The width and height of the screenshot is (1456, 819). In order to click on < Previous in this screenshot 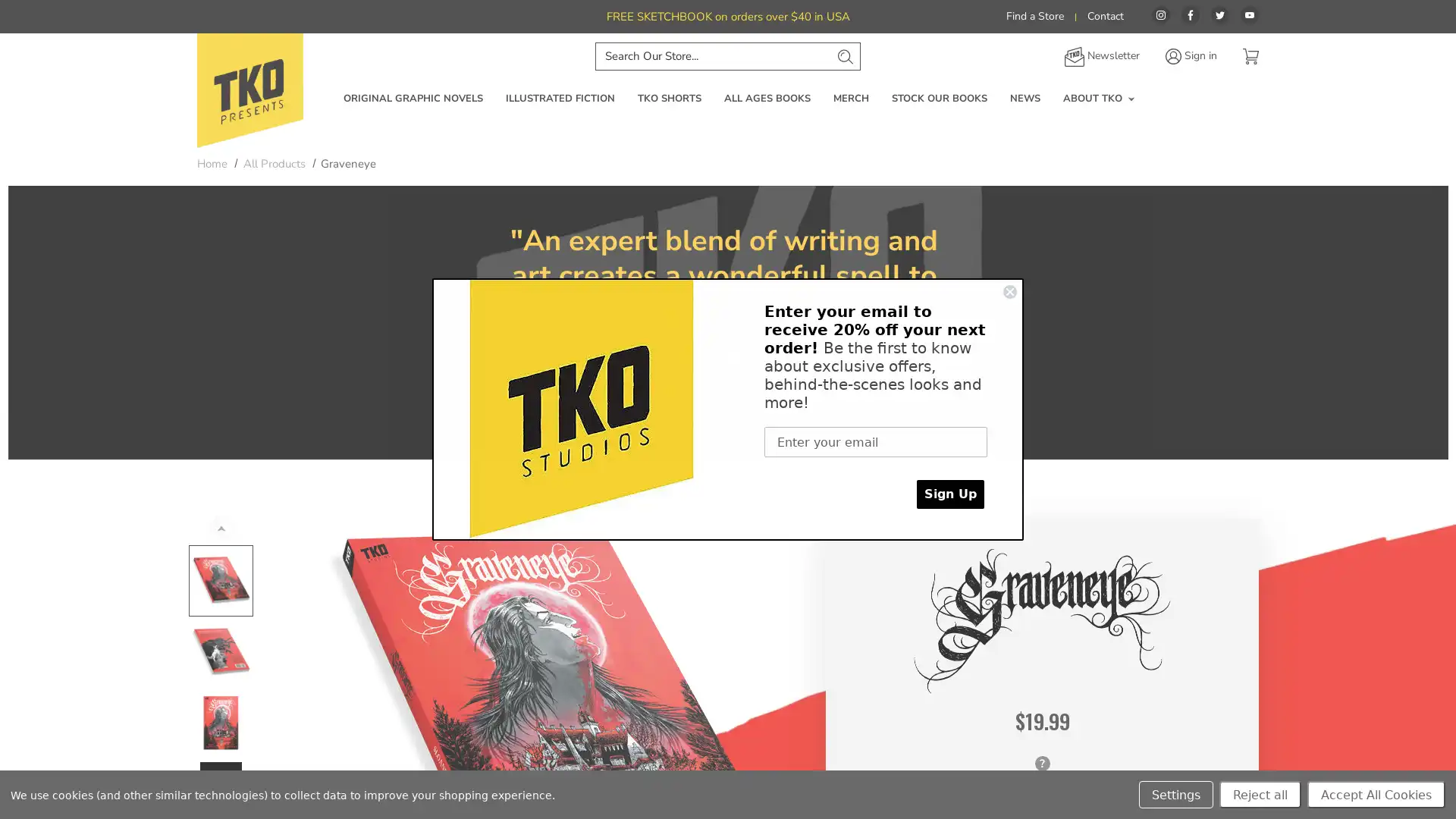, I will do `click(220, 526)`.